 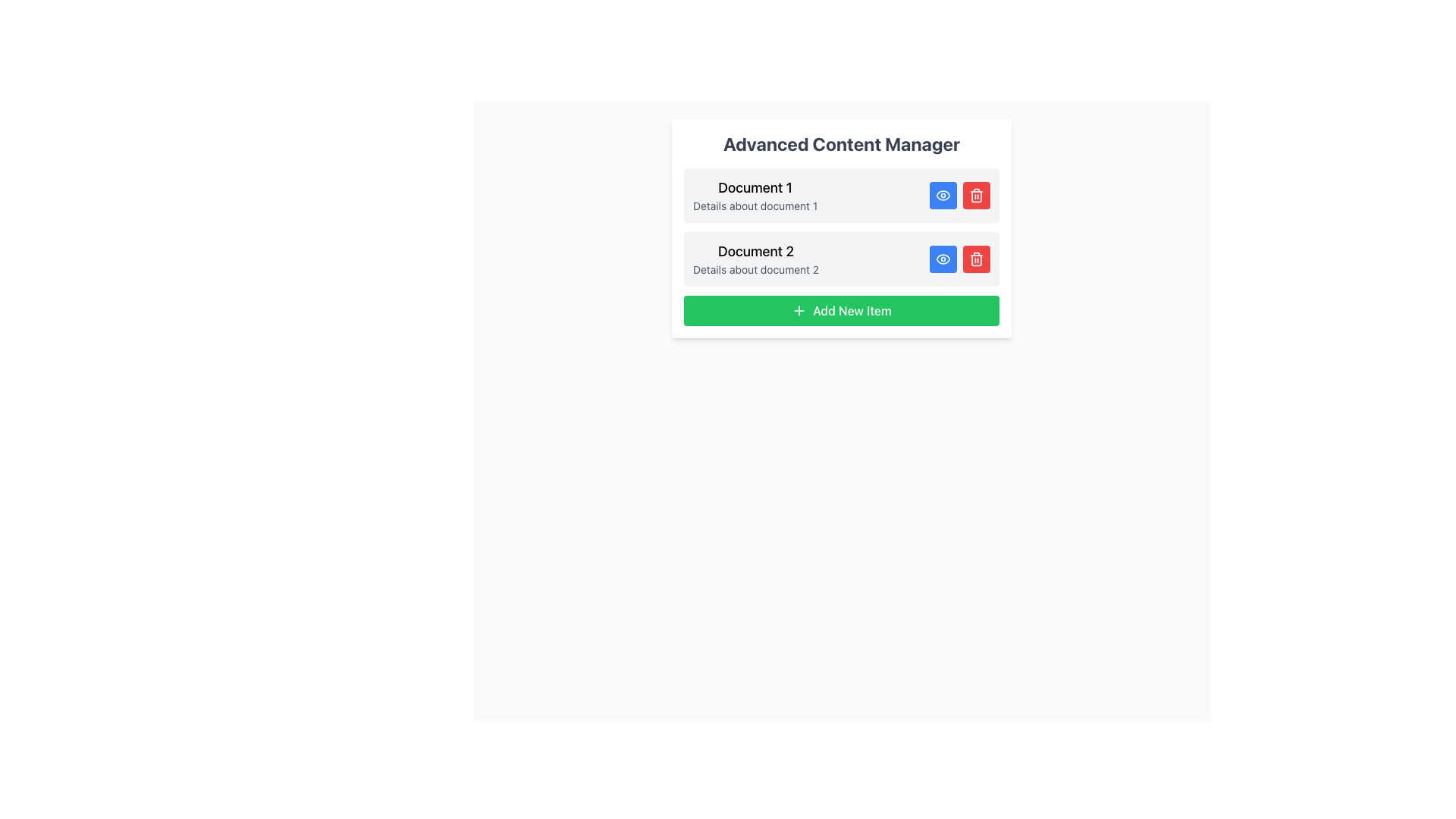 I want to click on the delete button represented by an icon in the top-right corner of the second document row to initiate the deletion process, so click(x=976, y=195).